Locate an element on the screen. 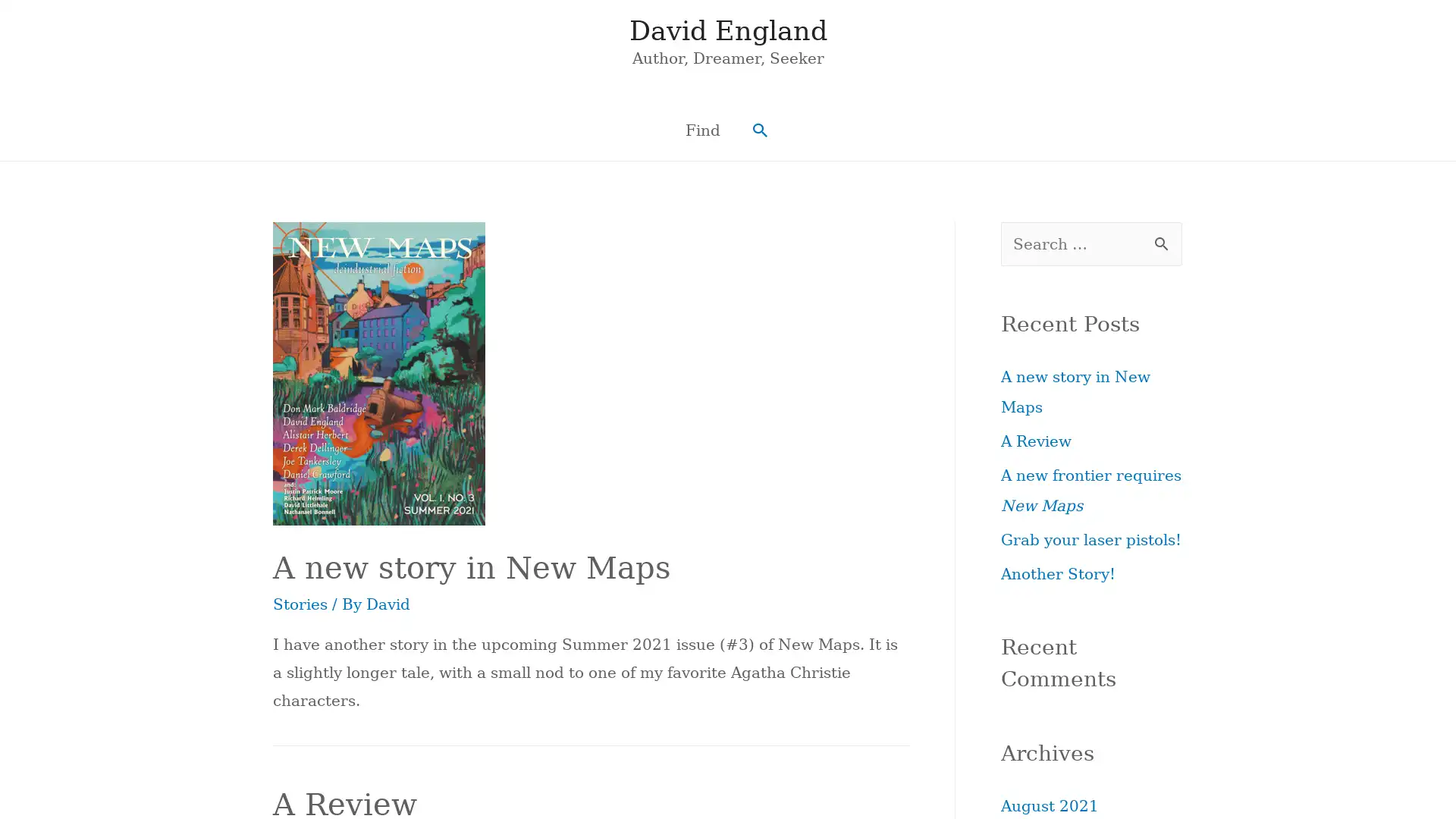  Search is located at coordinates (1164, 245).